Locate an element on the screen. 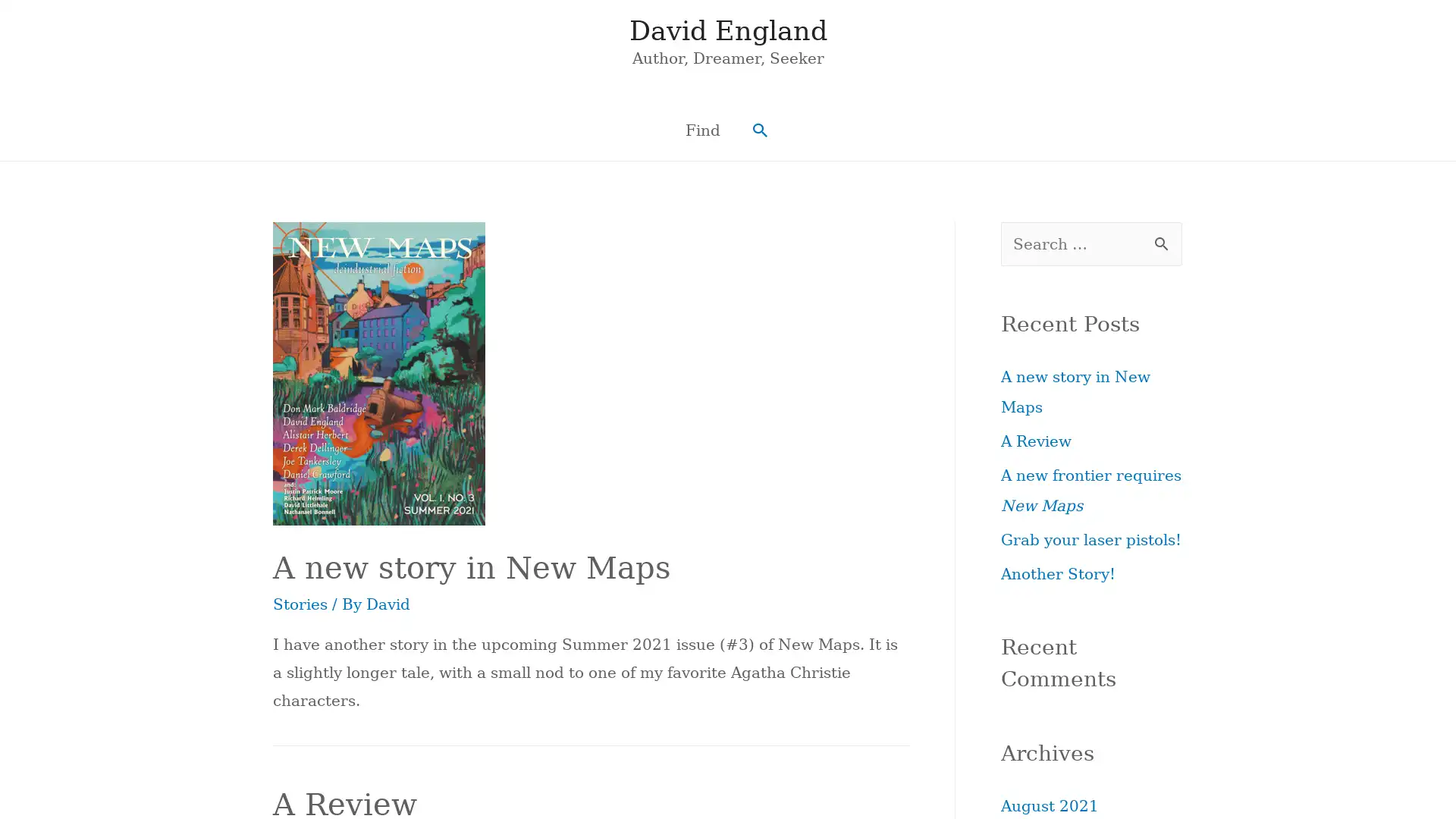  Search is located at coordinates (1164, 245).